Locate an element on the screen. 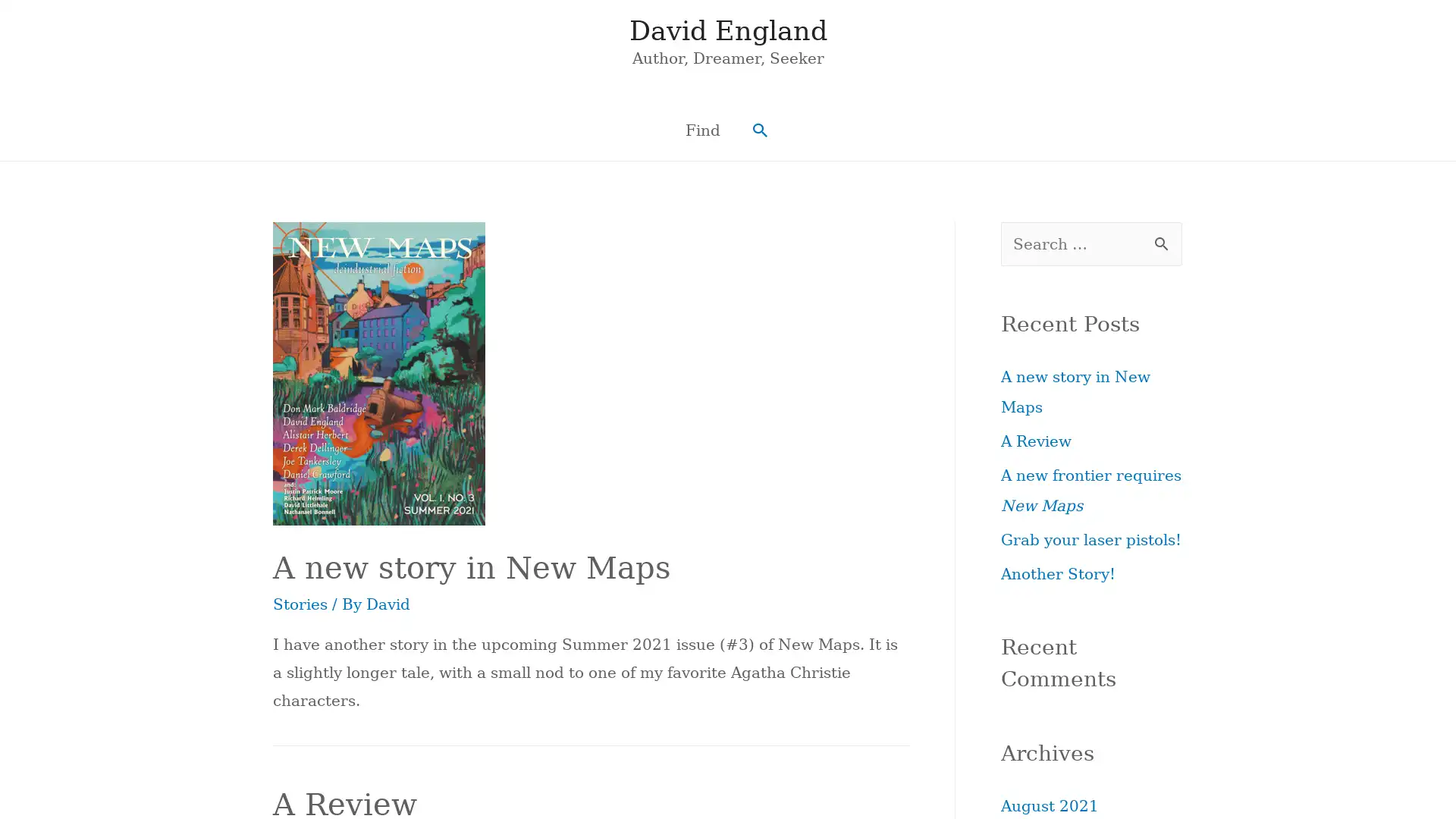  Search is located at coordinates (1164, 245).